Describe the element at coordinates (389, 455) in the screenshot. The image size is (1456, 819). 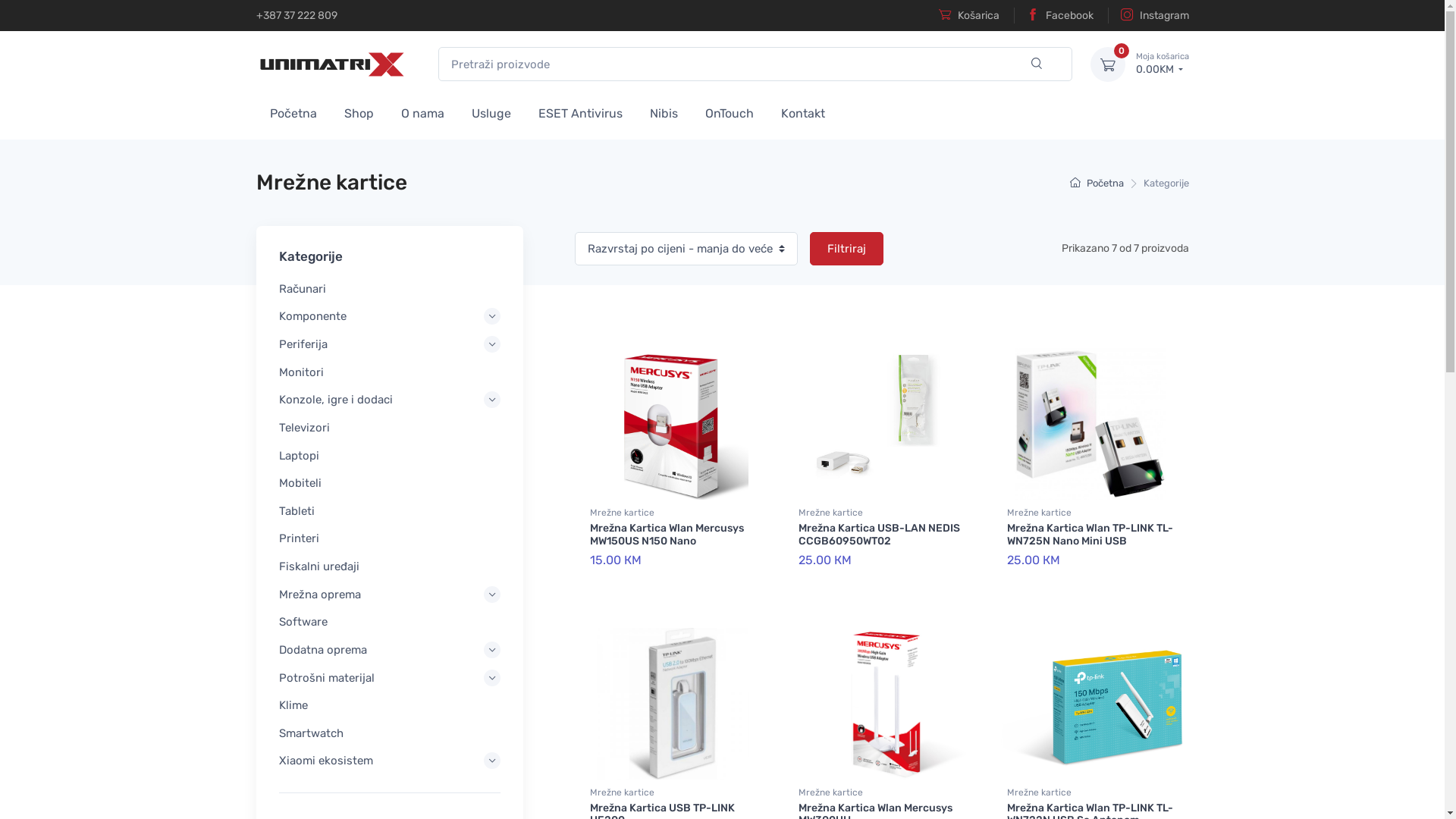
I see `'Laptopi'` at that location.